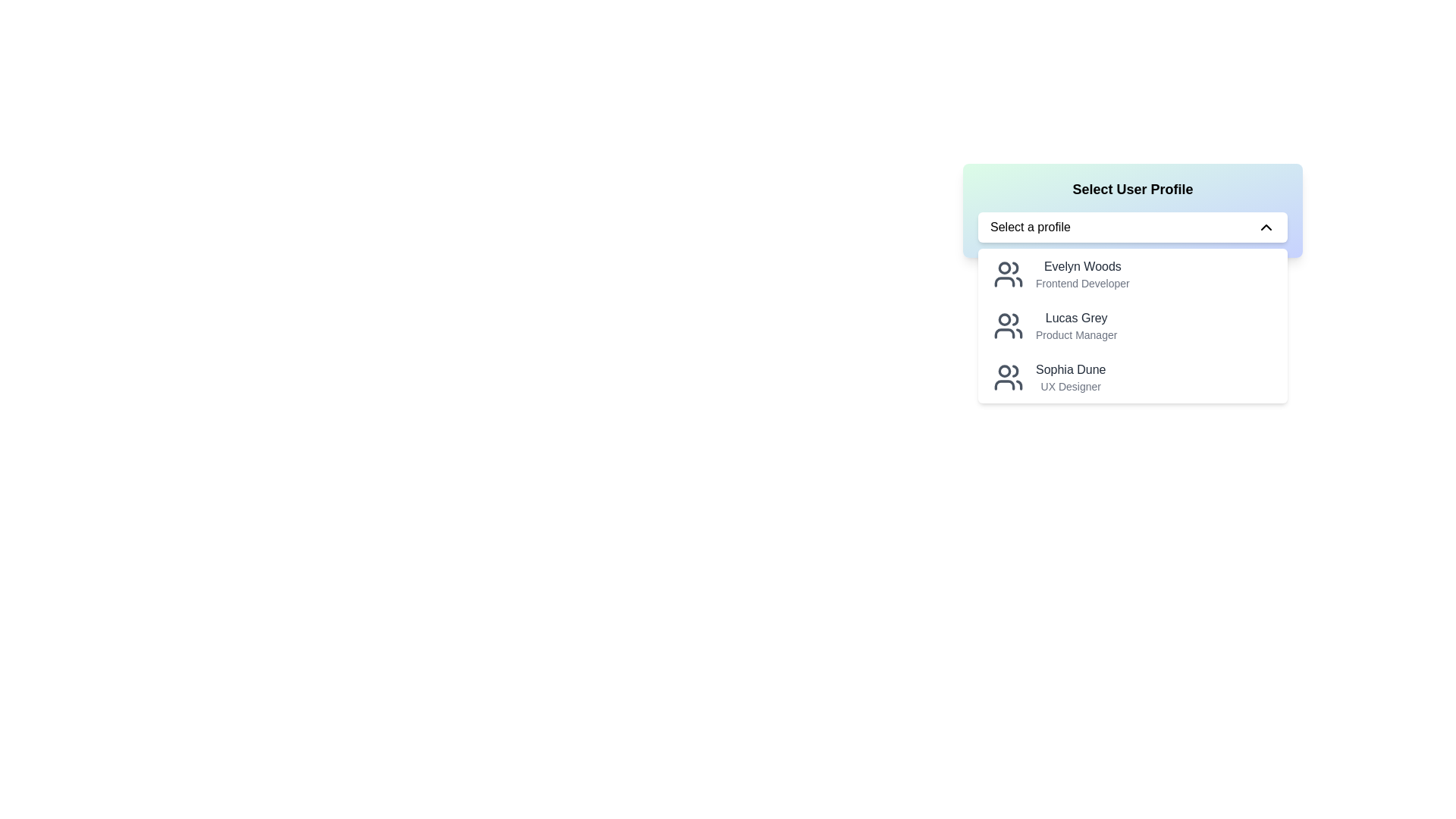 Image resolution: width=1456 pixels, height=819 pixels. I want to click on text content of the 'Lucas Grey' label located in the dropdown menu under 'Select User Profile', so click(1075, 318).